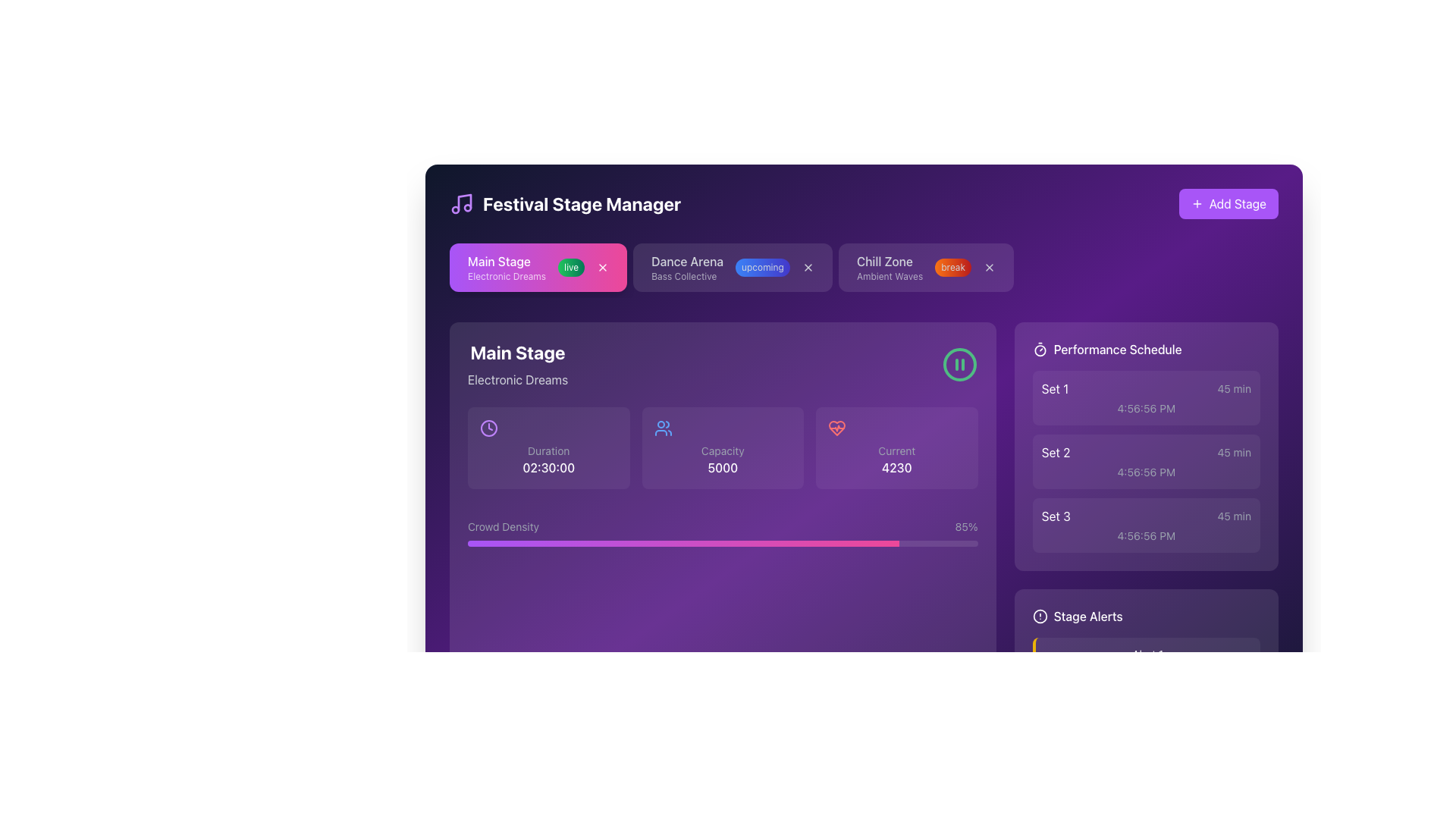 This screenshot has height=819, width=1456. What do you see at coordinates (1146, 535) in the screenshot?
I see `the text label displaying the time value for 'Set 3' in the 'Performance Schedule' section` at bounding box center [1146, 535].